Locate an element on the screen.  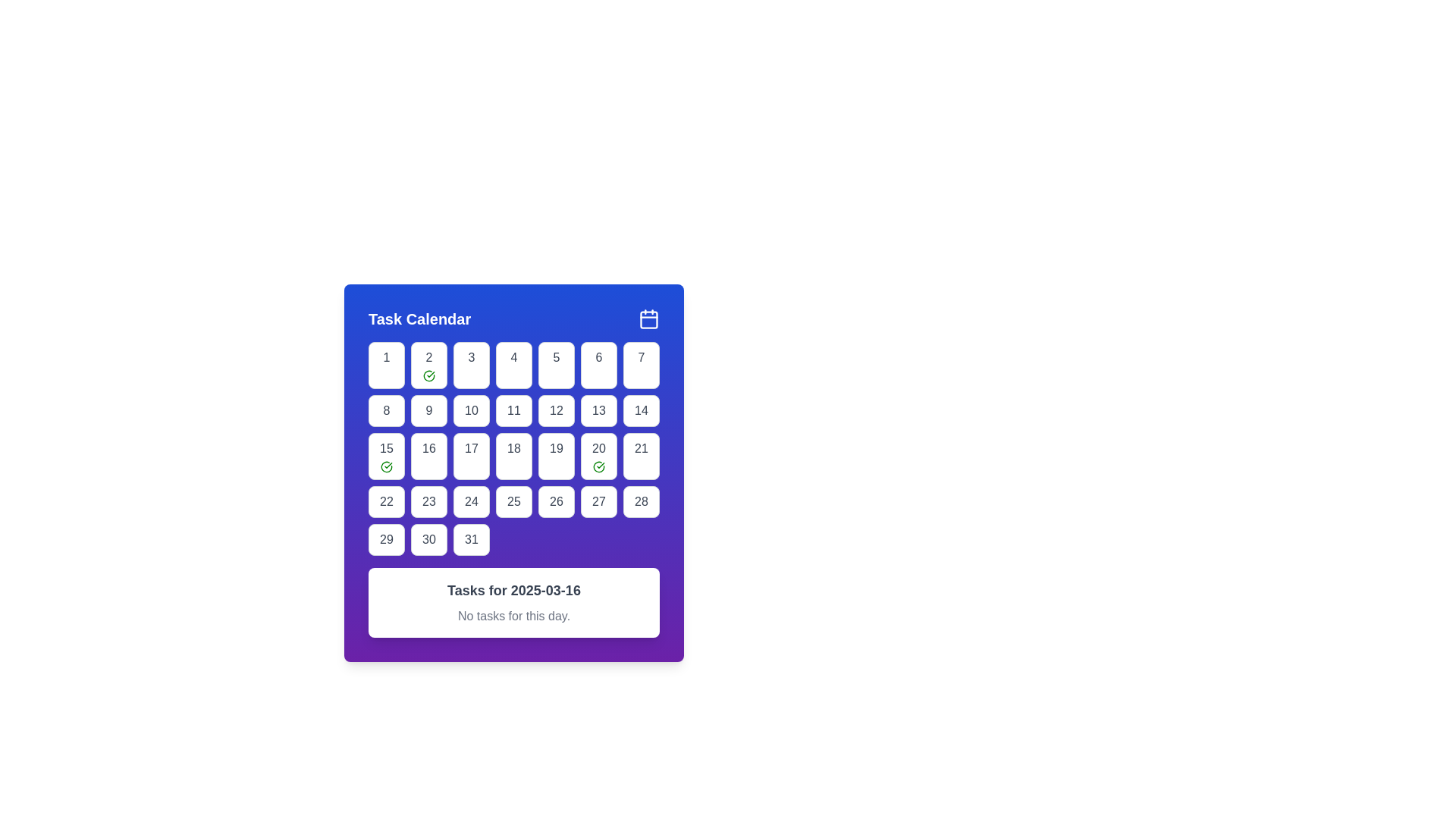
the square button displaying the number '17' to trigger hover effects is located at coordinates (471, 455).